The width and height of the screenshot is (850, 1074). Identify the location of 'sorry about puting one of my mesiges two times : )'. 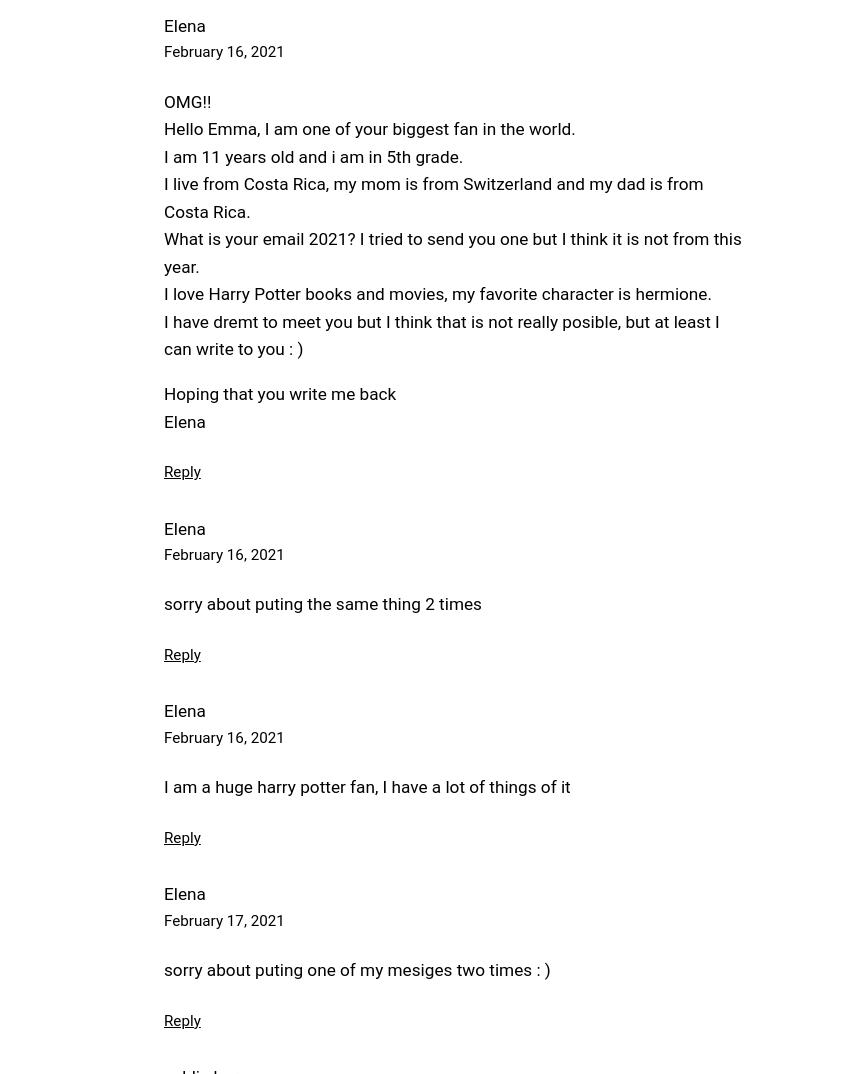
(356, 969).